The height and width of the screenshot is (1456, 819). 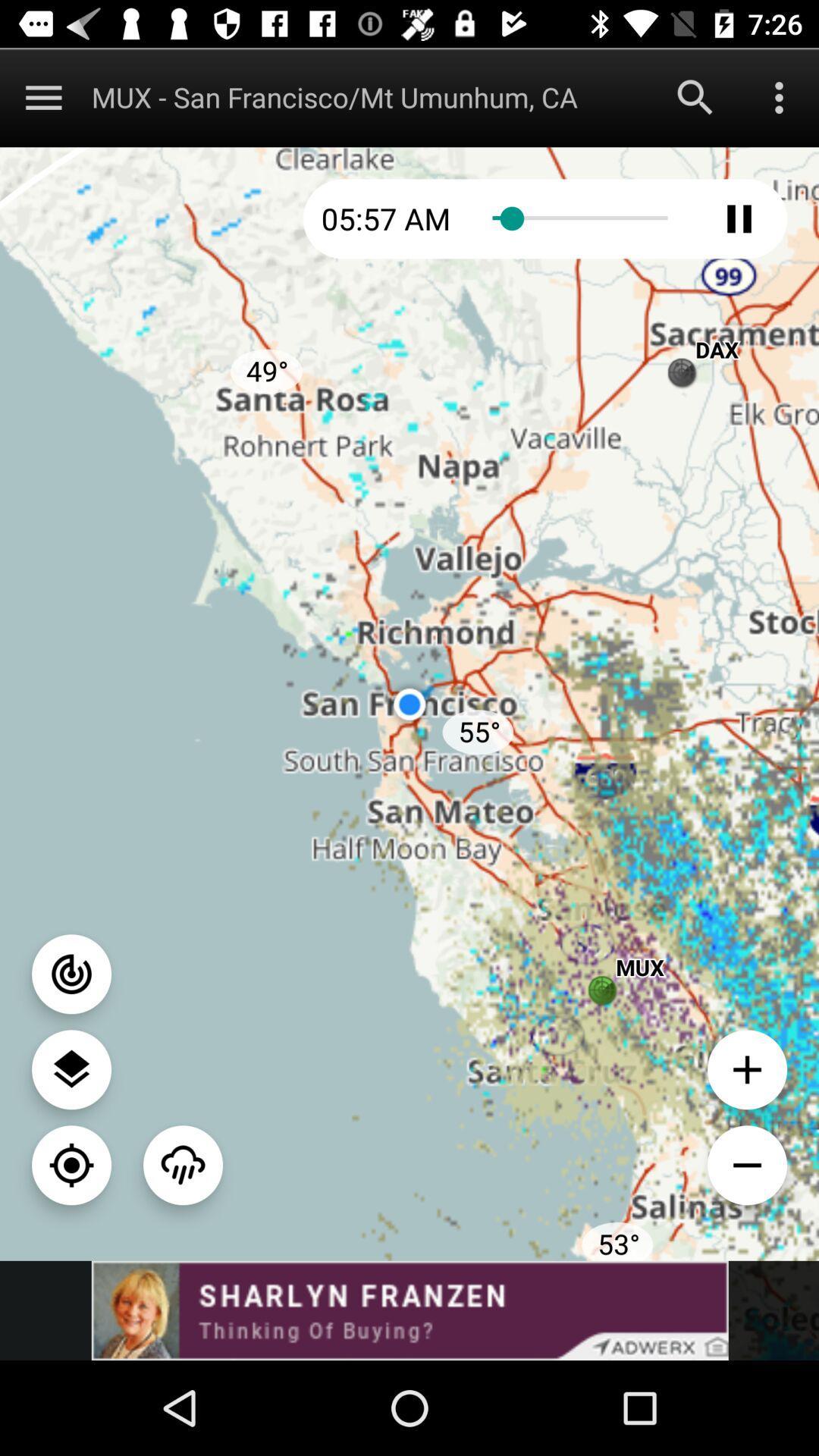 What do you see at coordinates (739, 218) in the screenshot?
I see `pause radar` at bounding box center [739, 218].